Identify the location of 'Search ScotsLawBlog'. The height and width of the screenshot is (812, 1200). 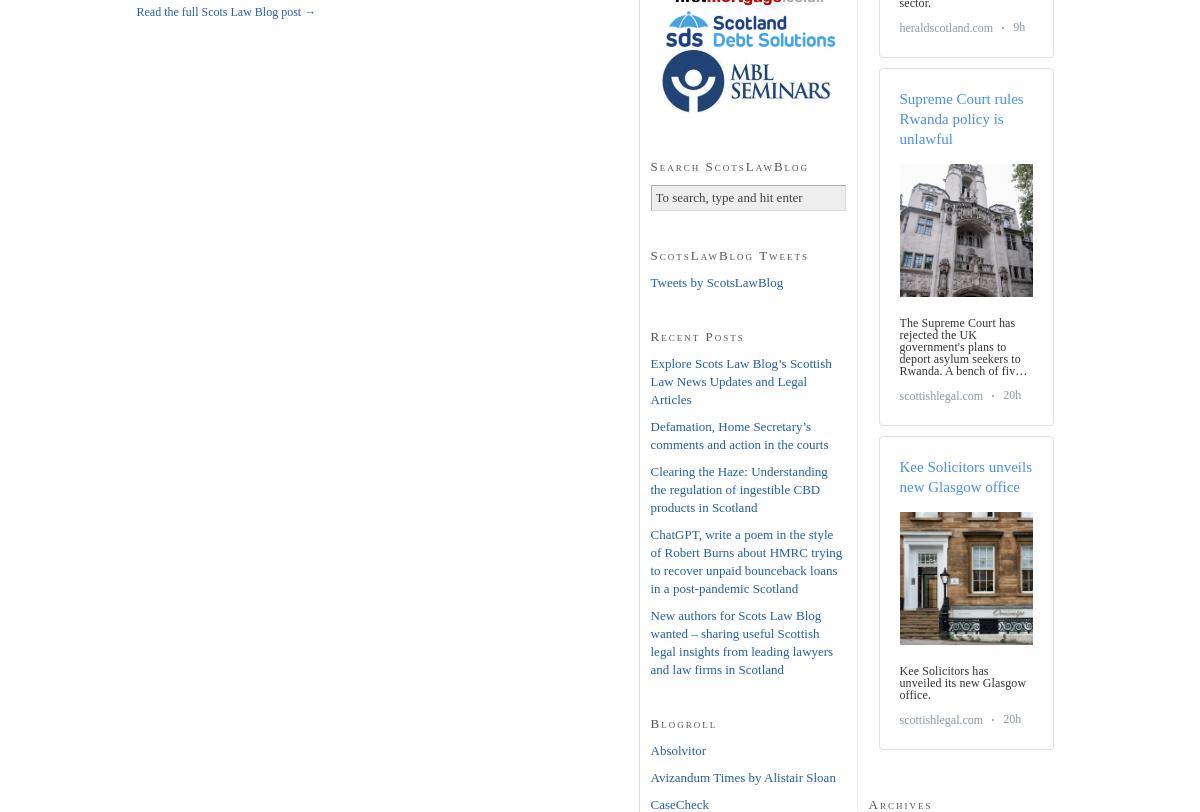
(729, 165).